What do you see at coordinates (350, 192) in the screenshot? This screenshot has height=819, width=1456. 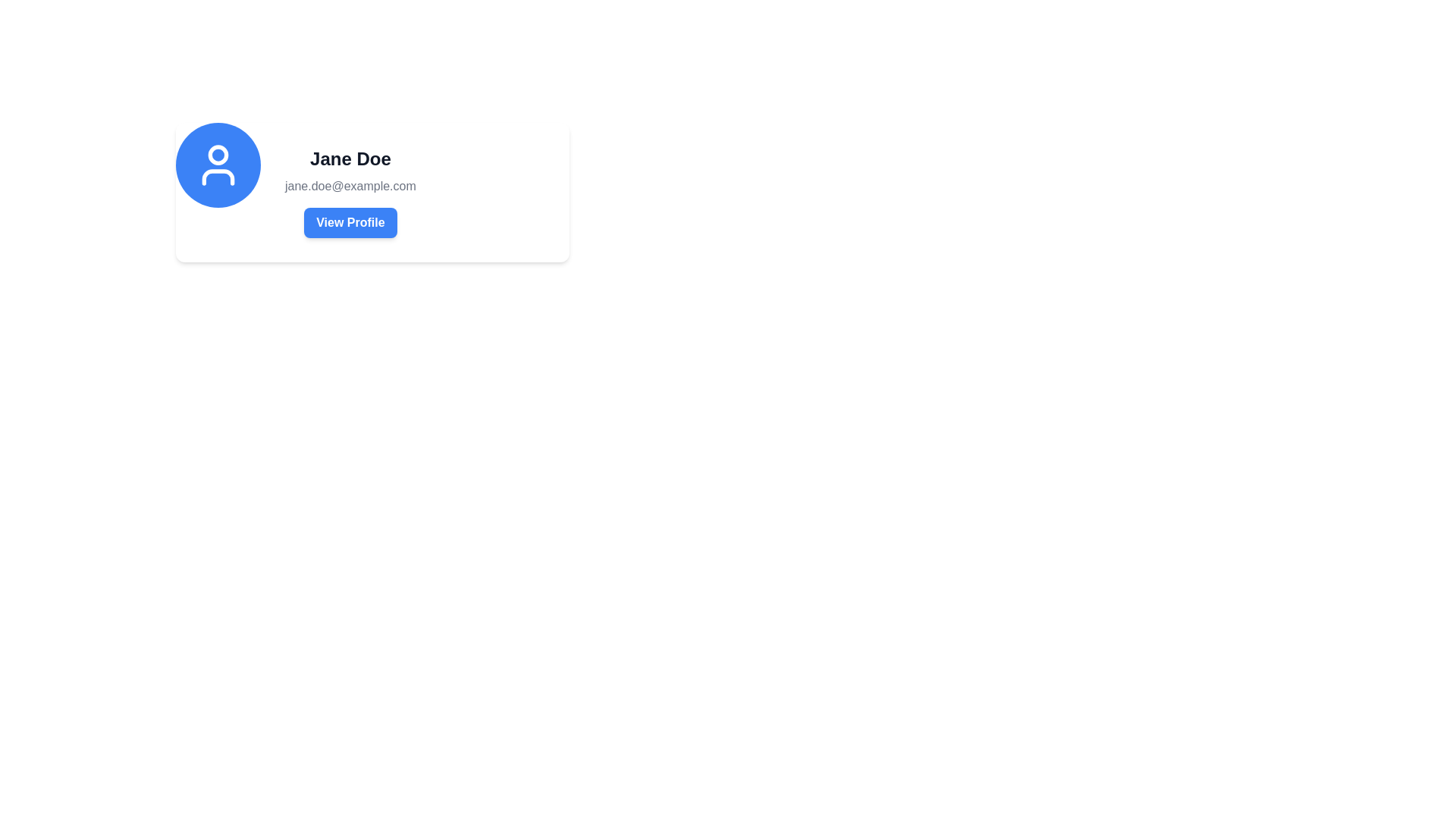 I see `the 'View Profile' button in the Profile Overview Section` at bounding box center [350, 192].